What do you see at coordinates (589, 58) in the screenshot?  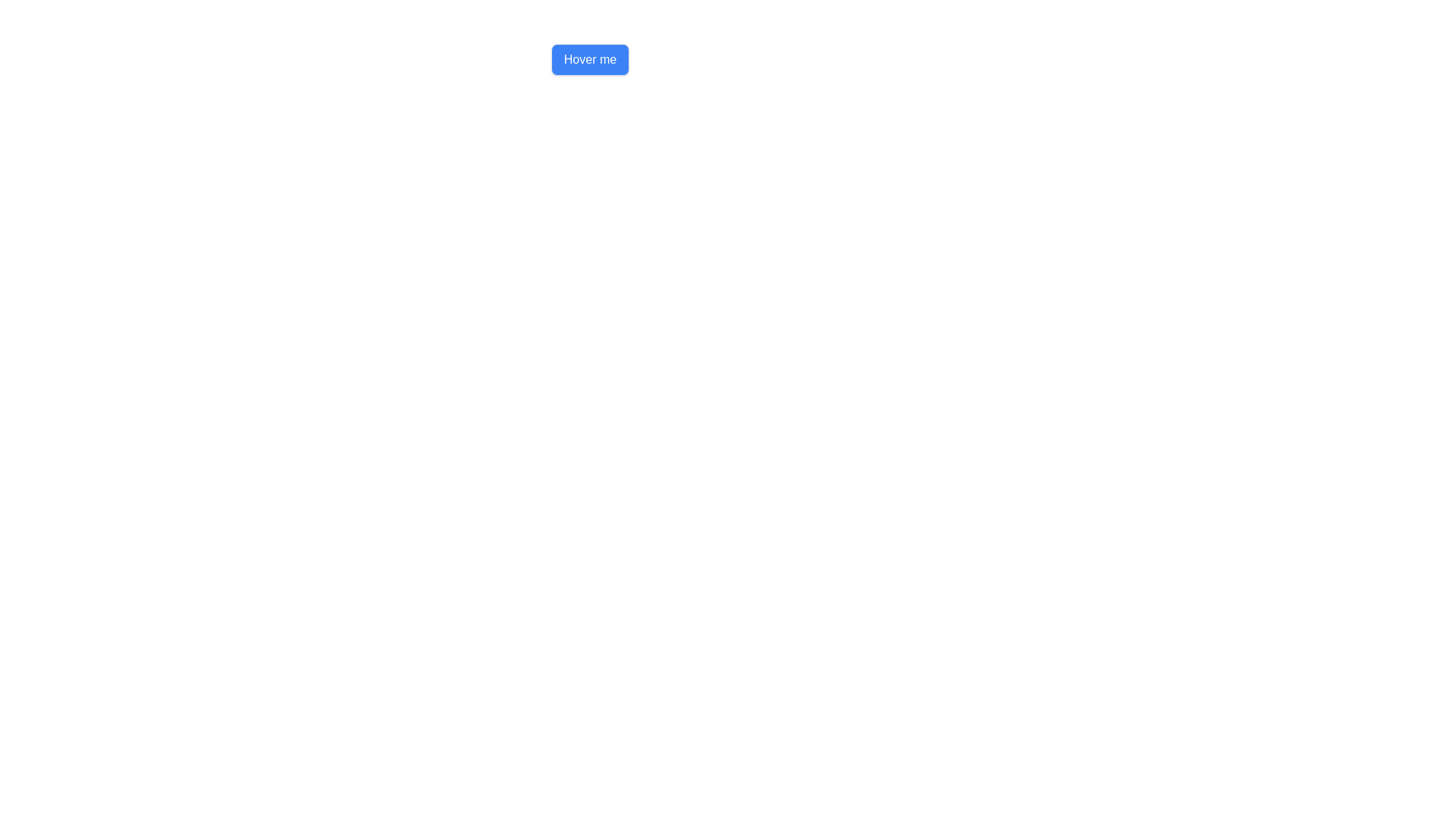 I see `the blue rectangular button labeled 'Hover me' with rounded corners, located near the center-top of the page` at bounding box center [589, 58].